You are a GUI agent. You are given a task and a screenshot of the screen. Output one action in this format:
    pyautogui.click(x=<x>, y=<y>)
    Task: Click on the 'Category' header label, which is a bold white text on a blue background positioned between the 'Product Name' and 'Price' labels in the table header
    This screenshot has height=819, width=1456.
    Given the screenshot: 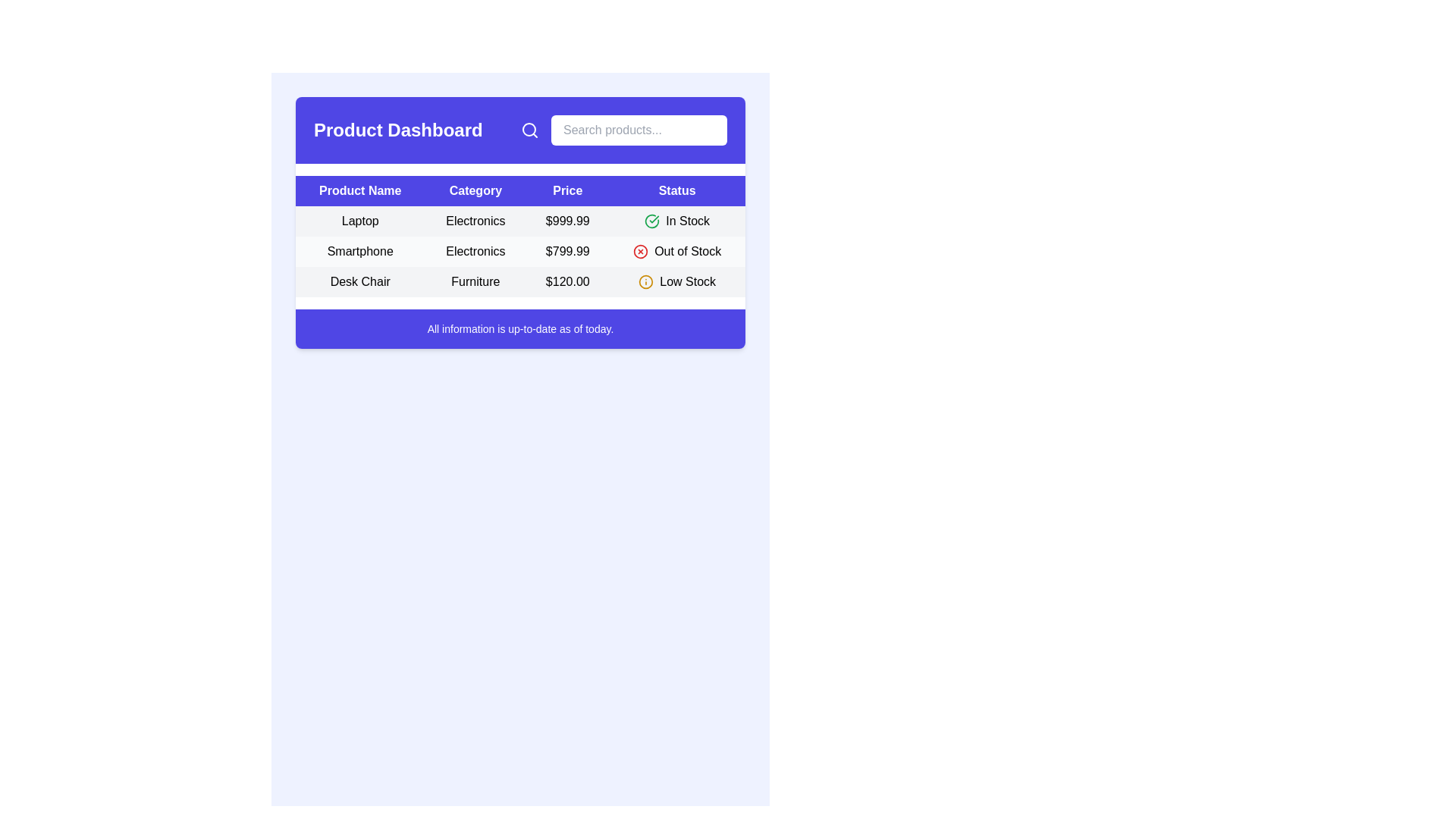 What is the action you would take?
    pyautogui.click(x=475, y=190)
    